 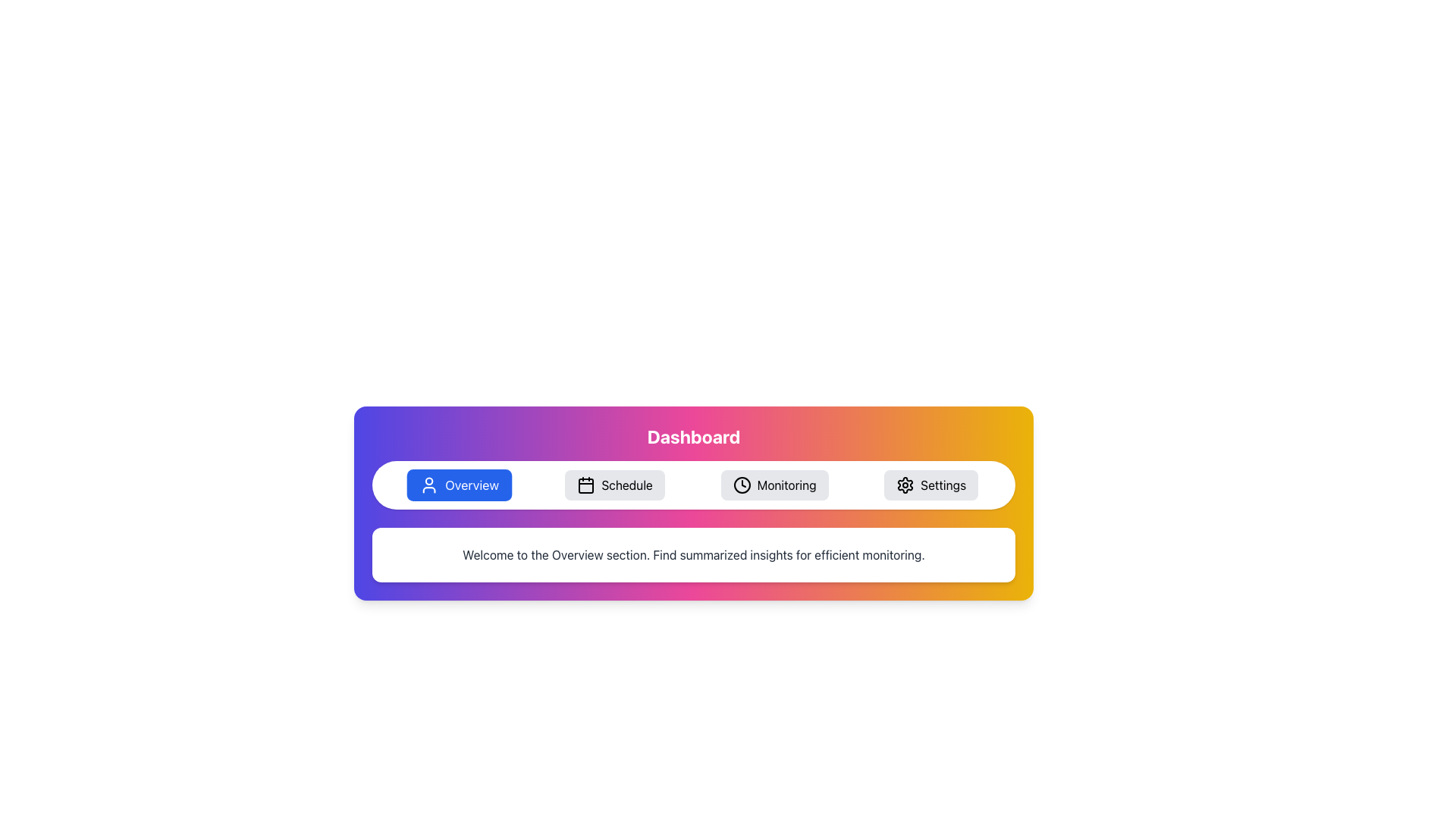 I want to click on the SVG circle that represents the dial of the clock icon, which is centrally located within the Monitoring button, so click(x=742, y=485).